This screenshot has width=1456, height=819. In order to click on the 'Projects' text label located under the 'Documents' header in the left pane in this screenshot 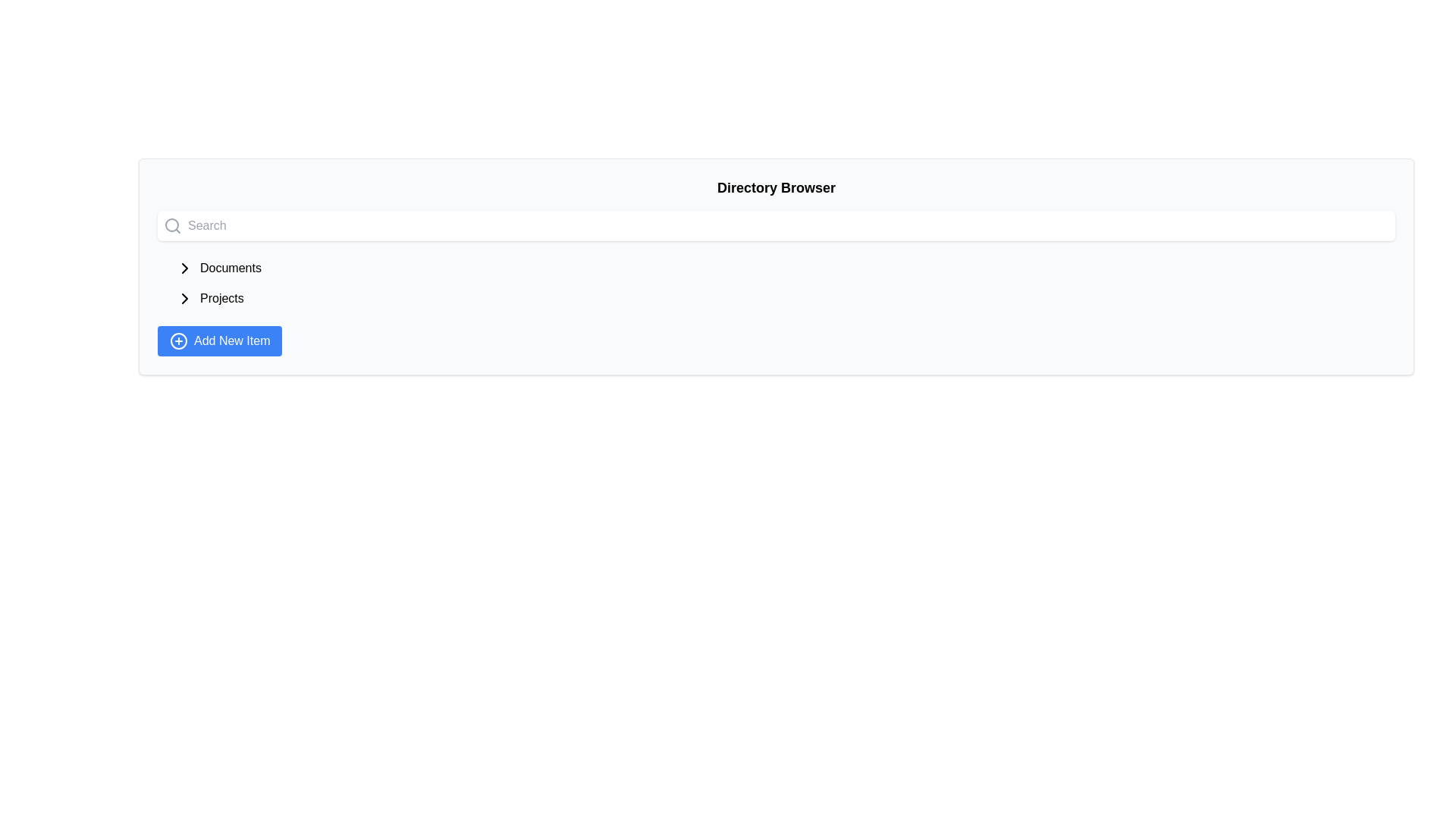, I will do `click(221, 298)`.